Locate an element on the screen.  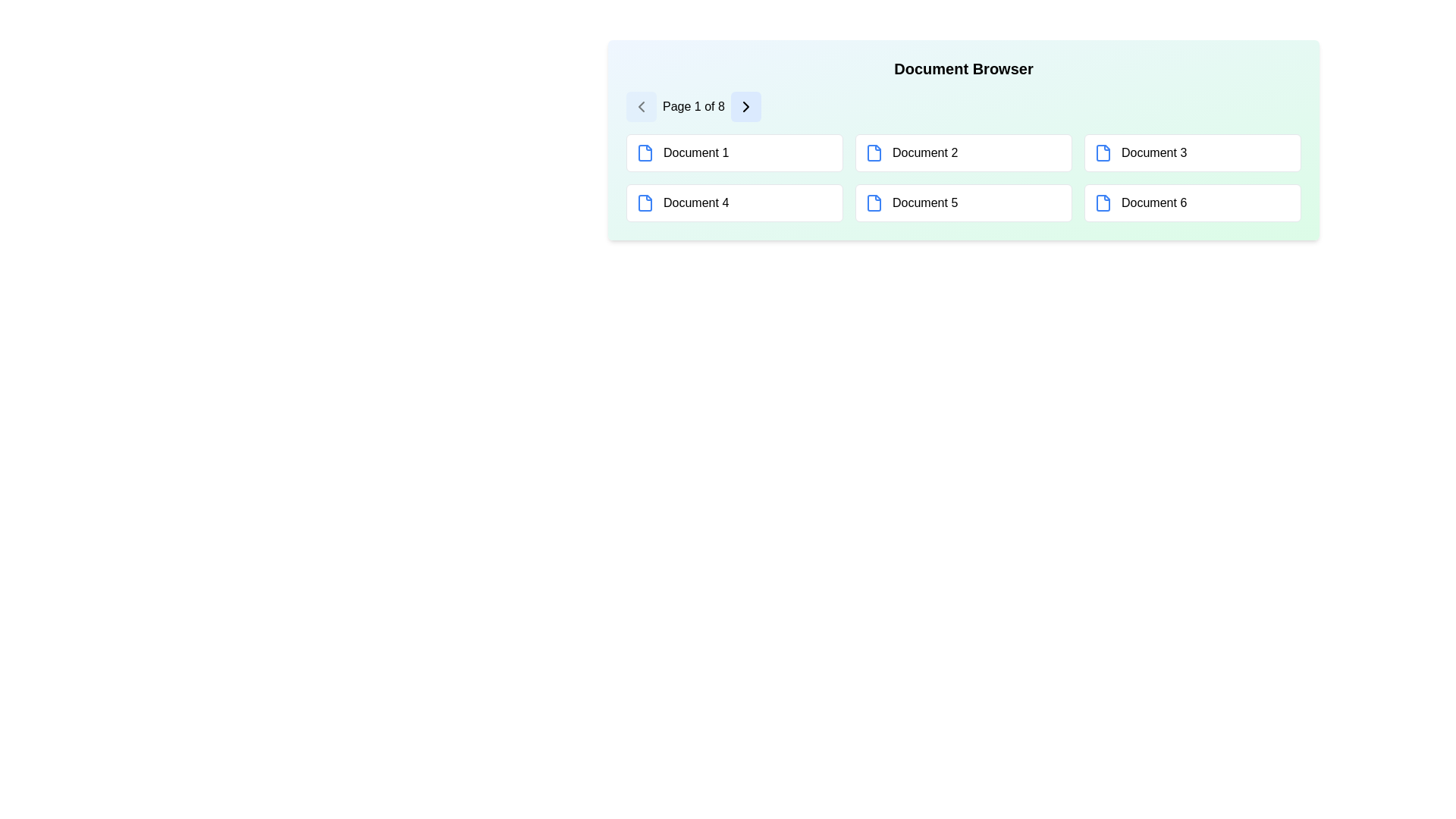
the document icon located to the left of the text 'Document 4' in the second row of the document grid under the 'Document Browser' title is located at coordinates (645, 202).